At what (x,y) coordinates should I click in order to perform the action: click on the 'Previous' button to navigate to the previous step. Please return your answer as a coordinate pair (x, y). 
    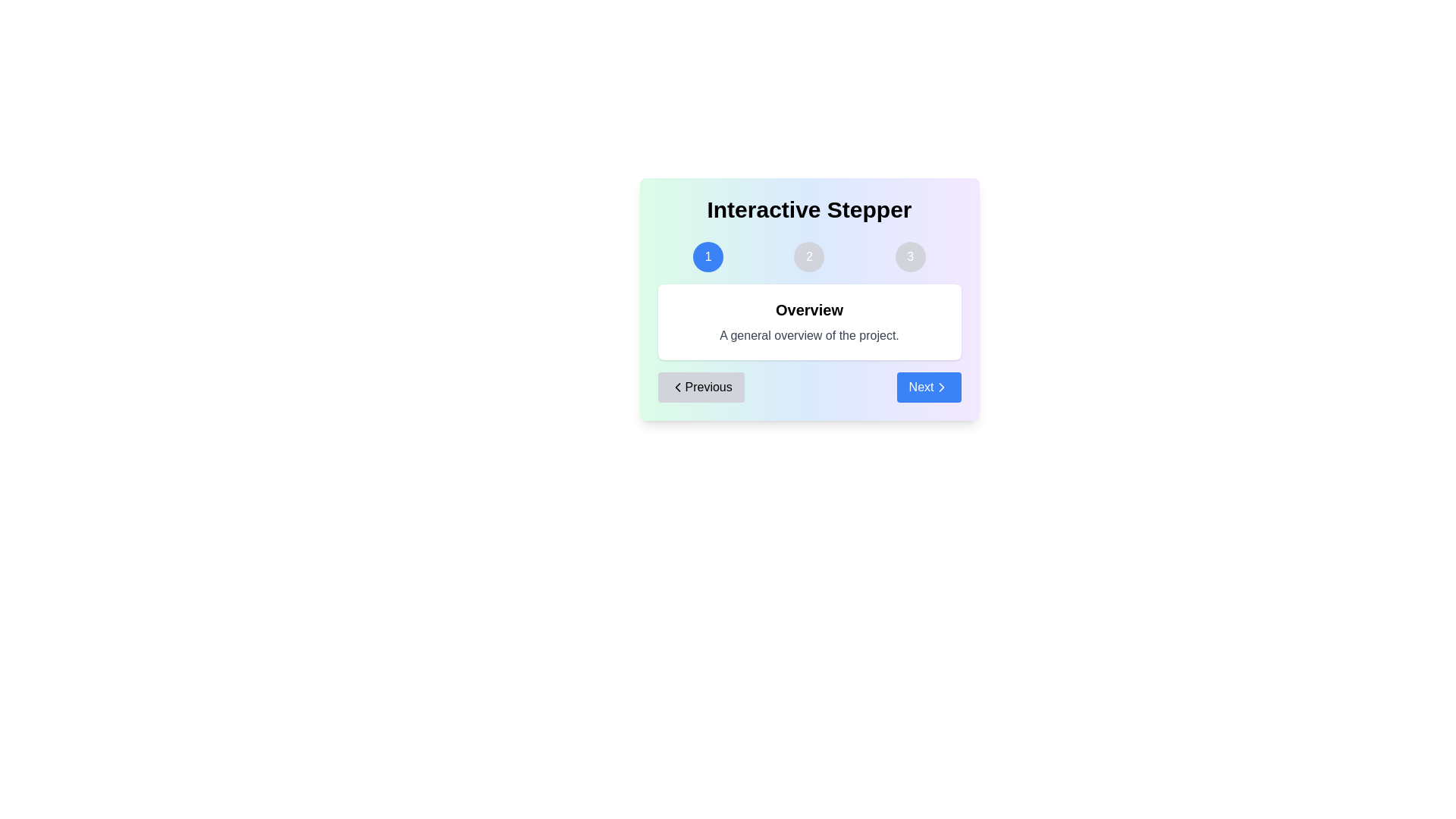
    Looking at the image, I should click on (700, 386).